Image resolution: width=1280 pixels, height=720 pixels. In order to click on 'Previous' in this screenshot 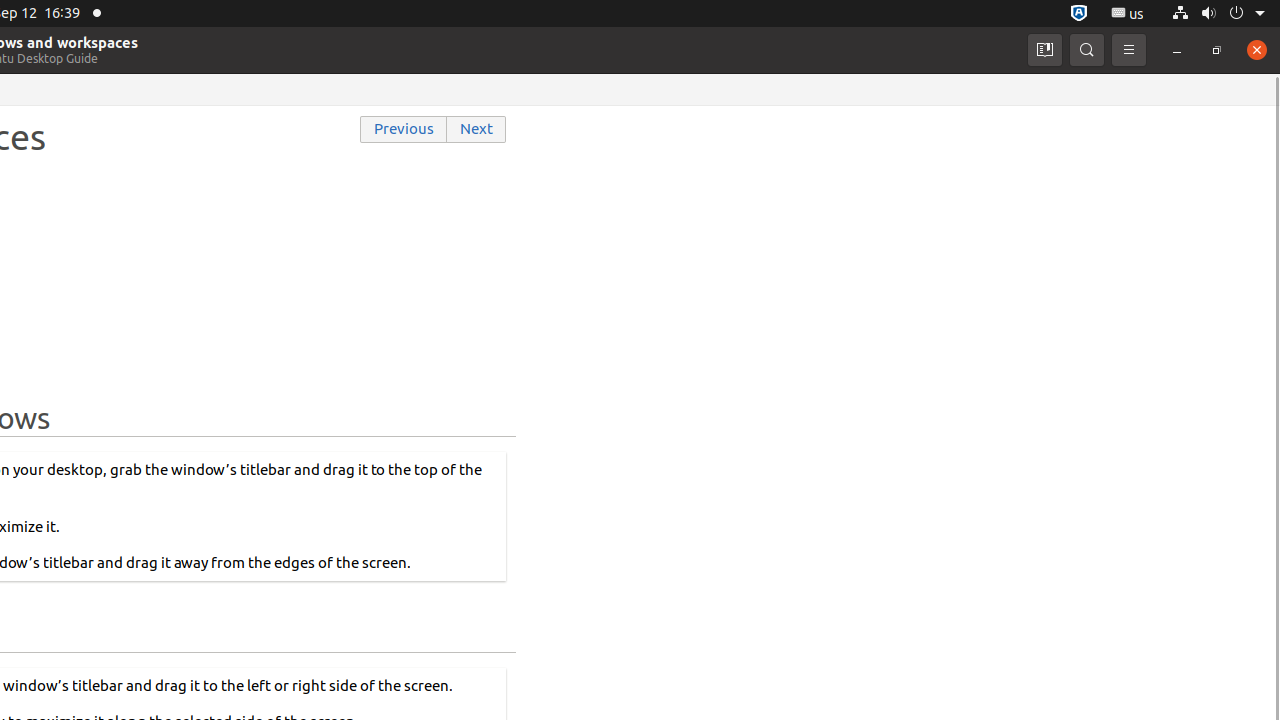, I will do `click(402, 129)`.